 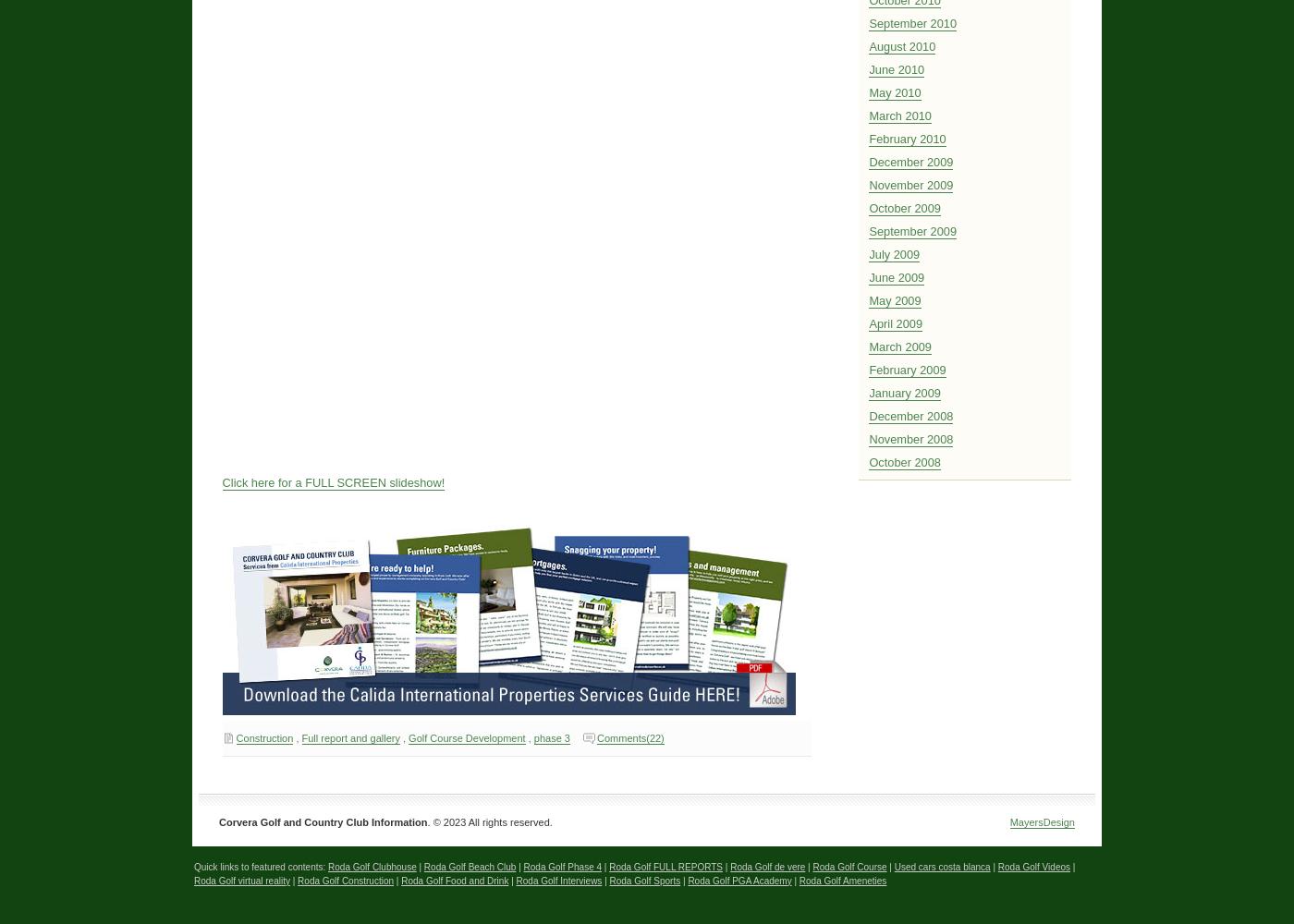 I want to click on 'June 2009', so click(x=897, y=277).